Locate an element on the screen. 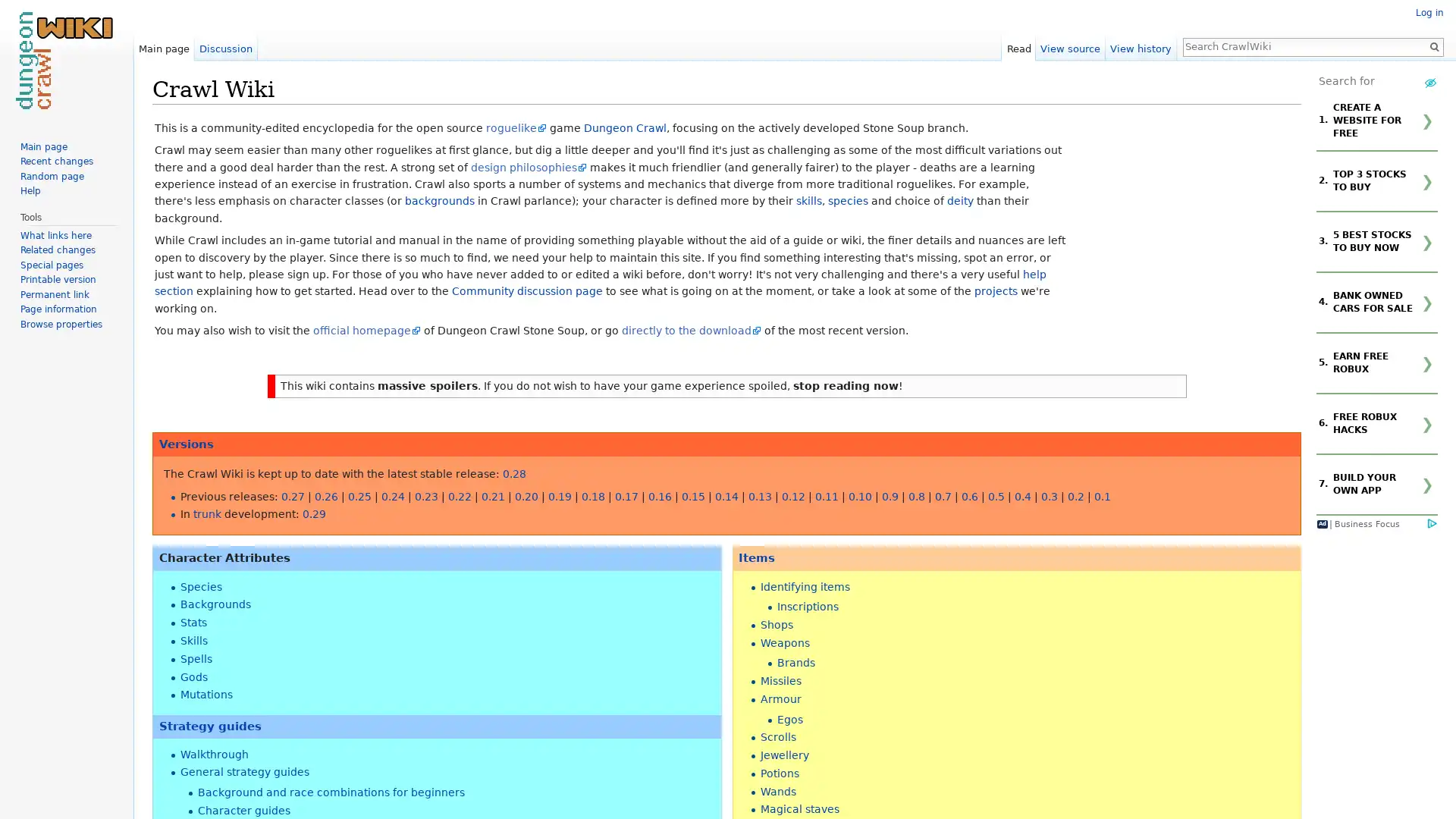 This screenshot has width=1456, height=819. Go is located at coordinates (1433, 45).